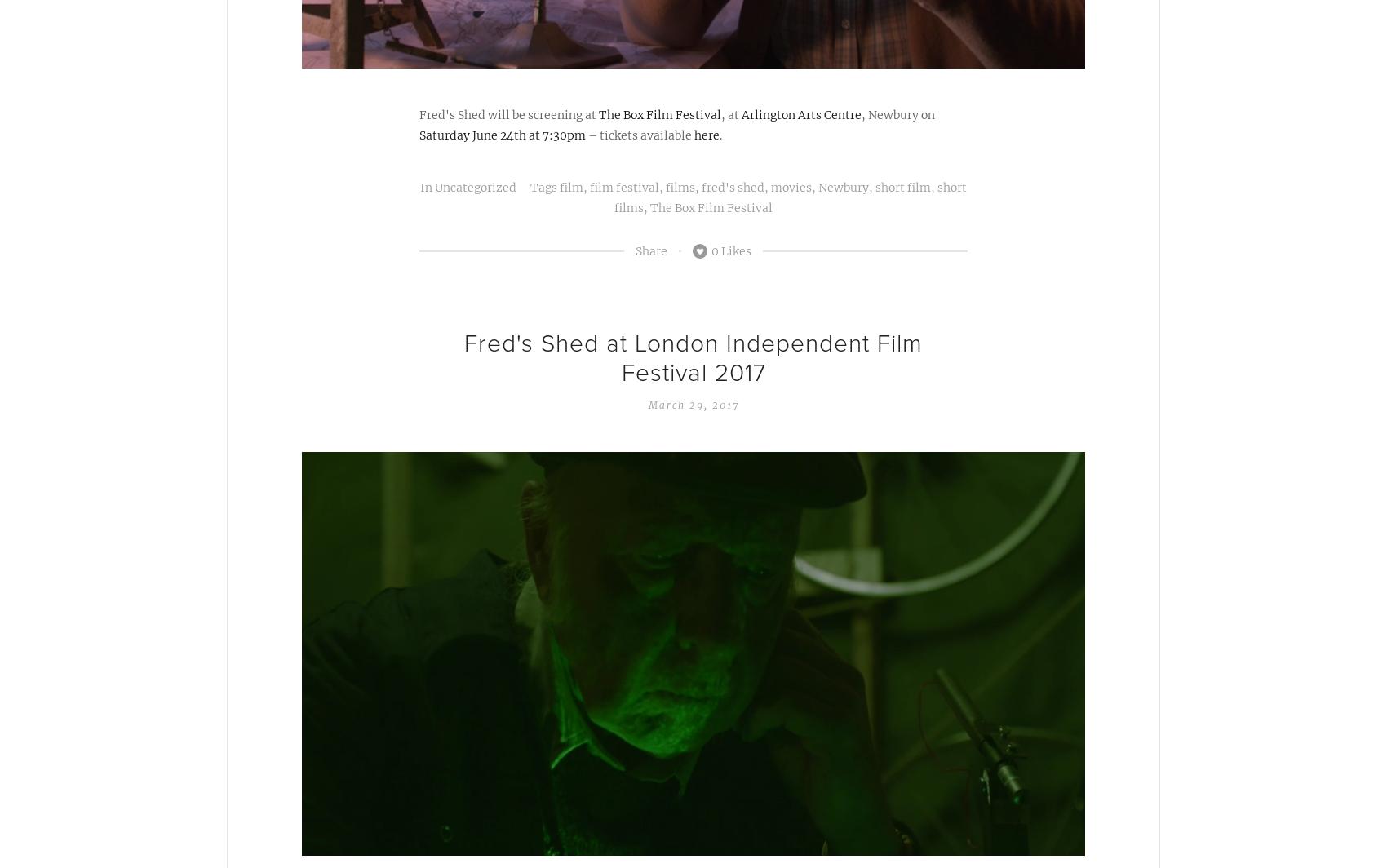 The width and height of the screenshot is (1387, 868). Describe the element at coordinates (692, 405) in the screenshot. I see `'March 29, 2017'` at that location.